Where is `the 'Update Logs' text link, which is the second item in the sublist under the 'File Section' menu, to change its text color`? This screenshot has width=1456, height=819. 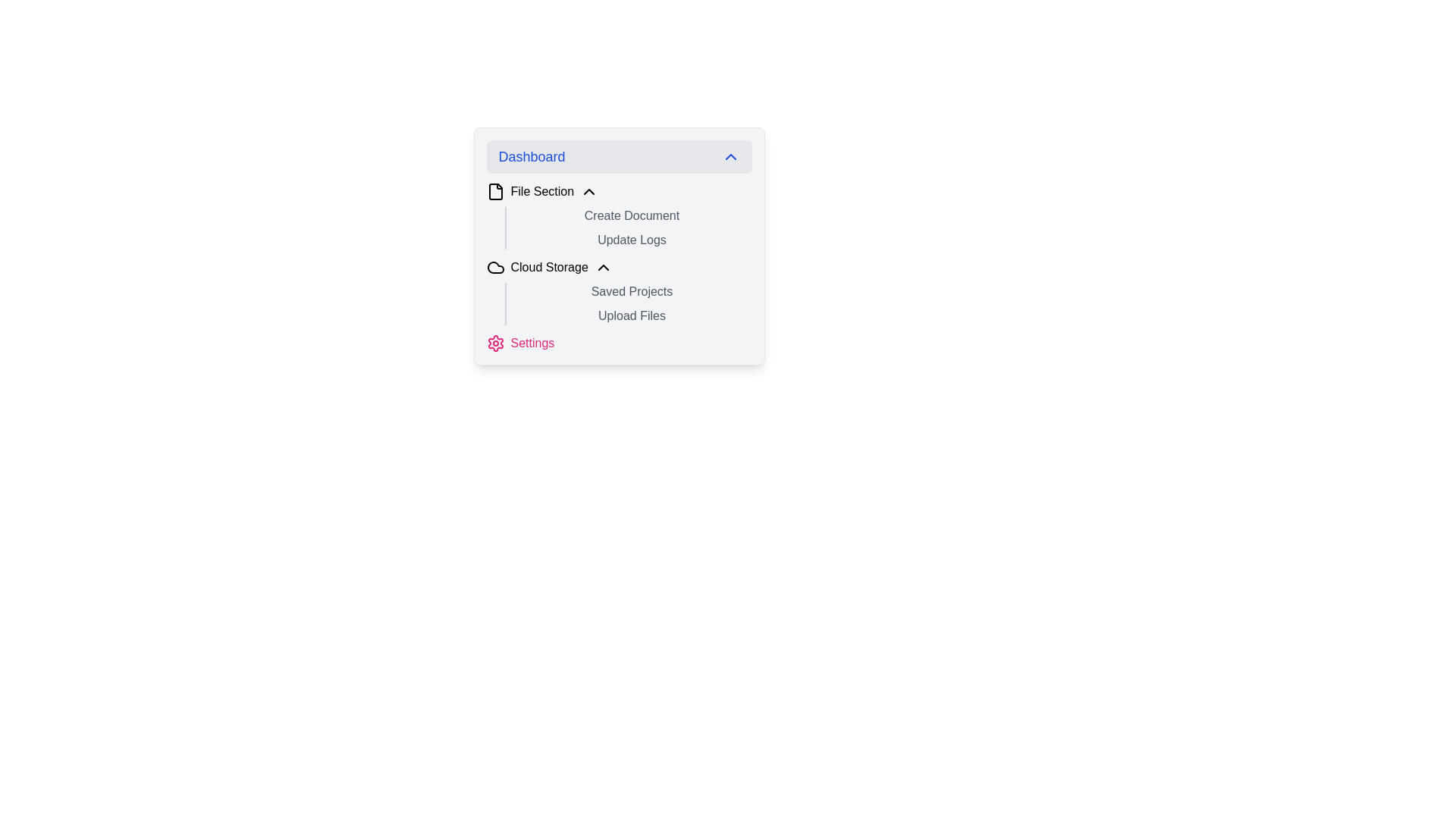 the 'Update Logs' text link, which is the second item in the sublist under the 'File Section' menu, to change its text color is located at coordinates (619, 245).